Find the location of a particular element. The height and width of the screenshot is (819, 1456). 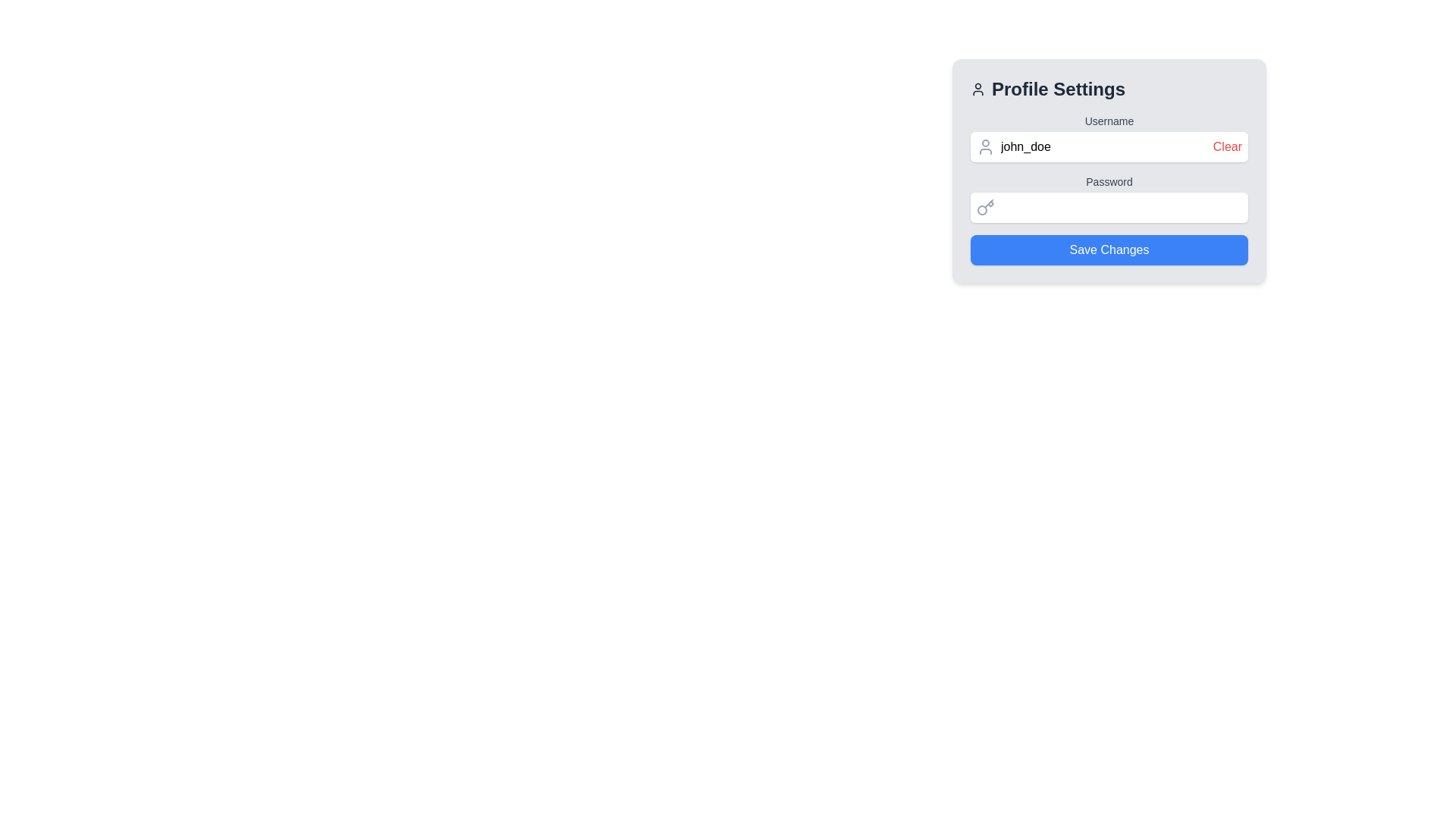

the key outline icon located to the left of the password input field in the 'Password' section of the form is located at coordinates (986, 207).